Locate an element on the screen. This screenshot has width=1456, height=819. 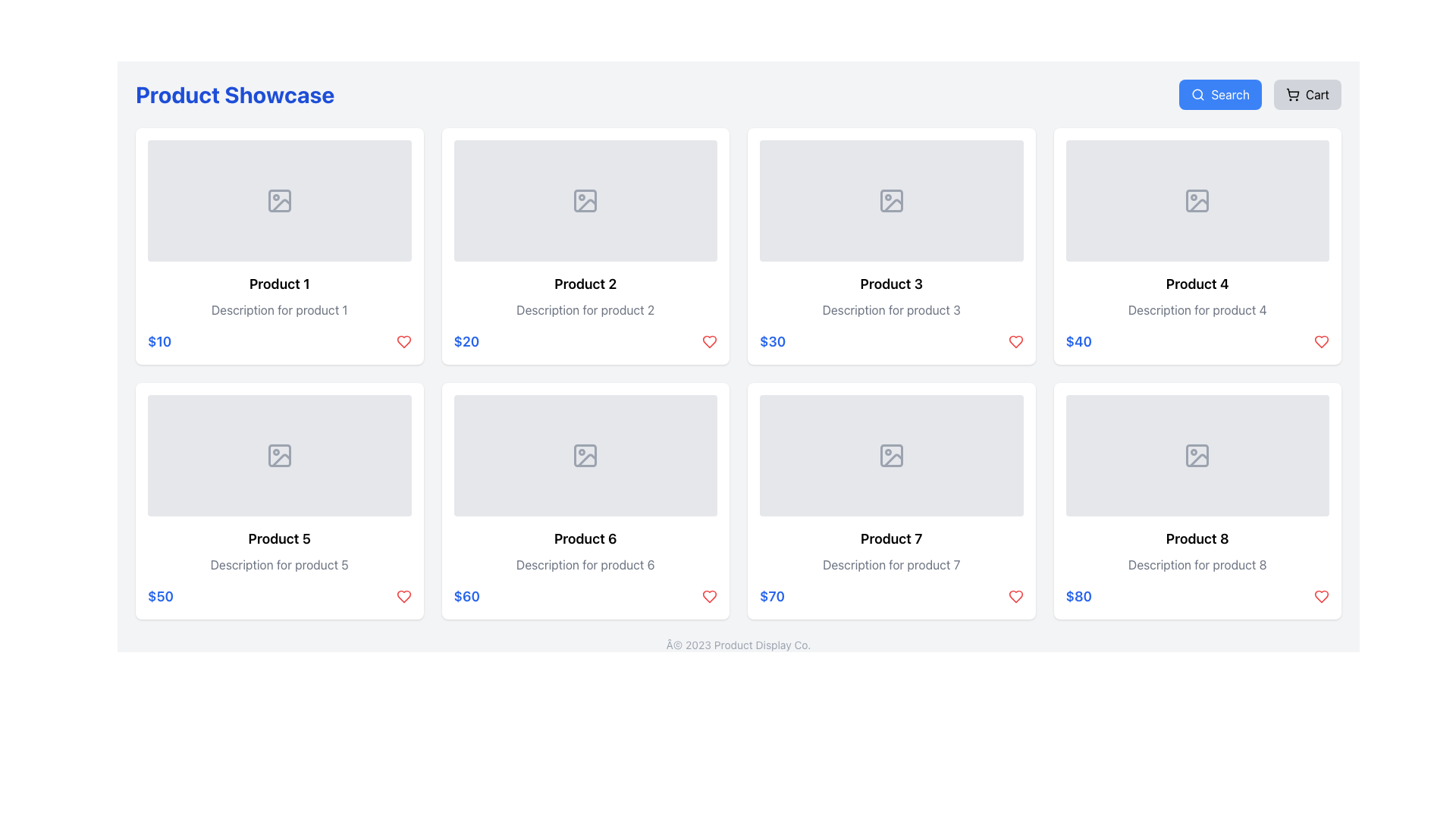
the heart icon located at the bottom-right corner of the 'Product 5' card is located at coordinates (403, 595).